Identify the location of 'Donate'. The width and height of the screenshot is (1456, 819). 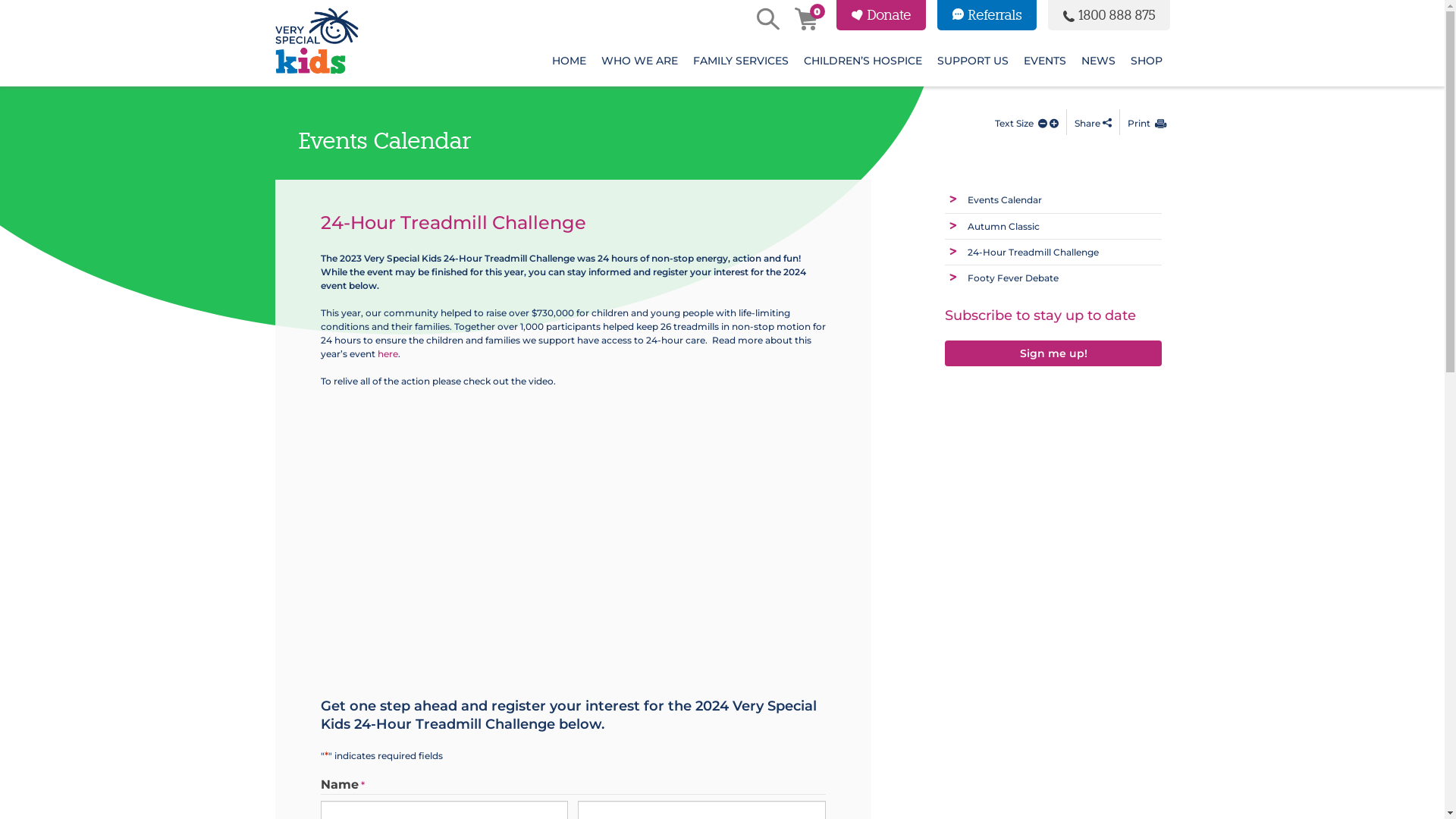
(880, 14).